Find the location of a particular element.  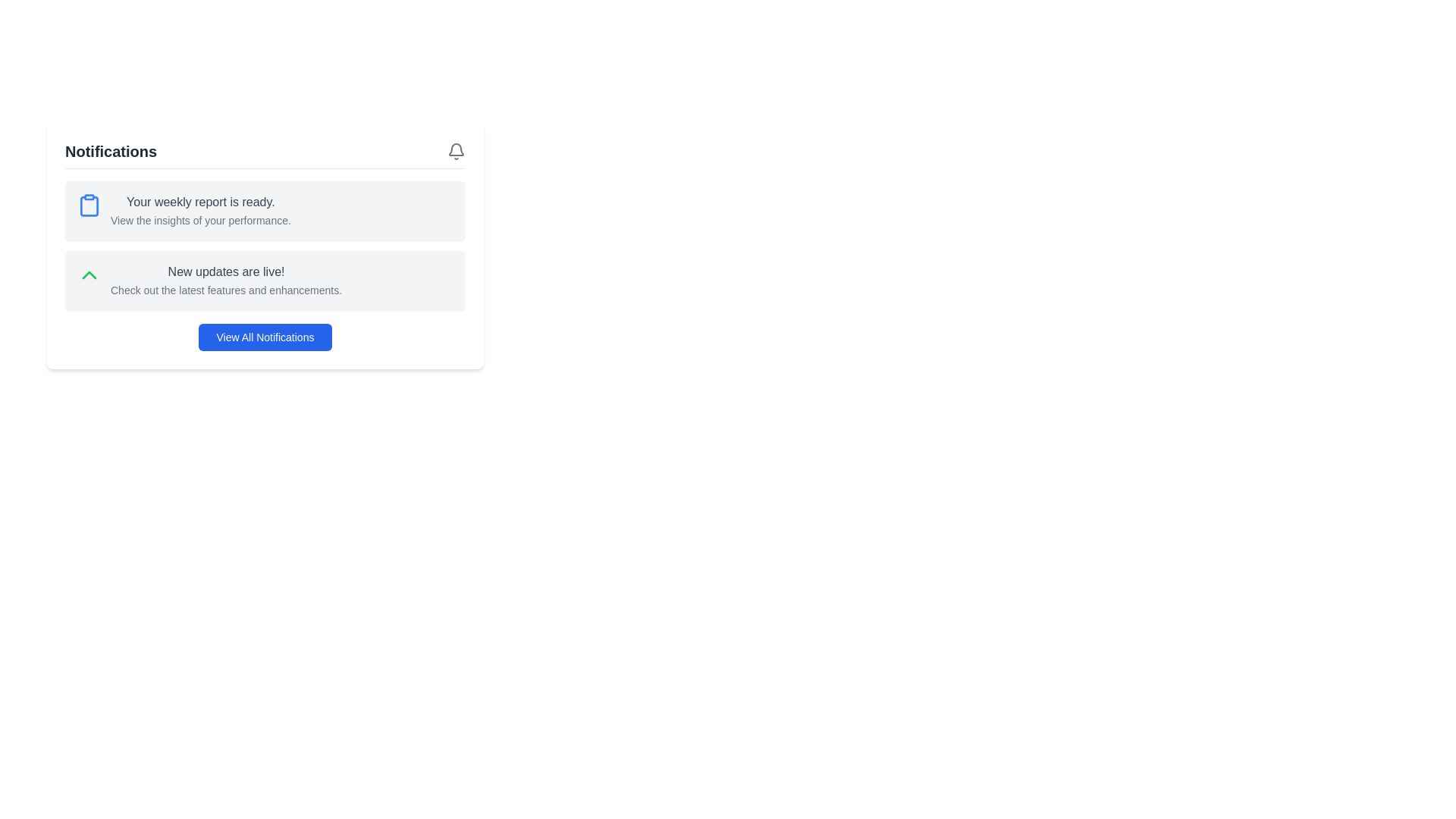

the static text that informs the user their weekly performance report is ready, located within the first notification card in the 'Notifications' section is located at coordinates (199, 201).